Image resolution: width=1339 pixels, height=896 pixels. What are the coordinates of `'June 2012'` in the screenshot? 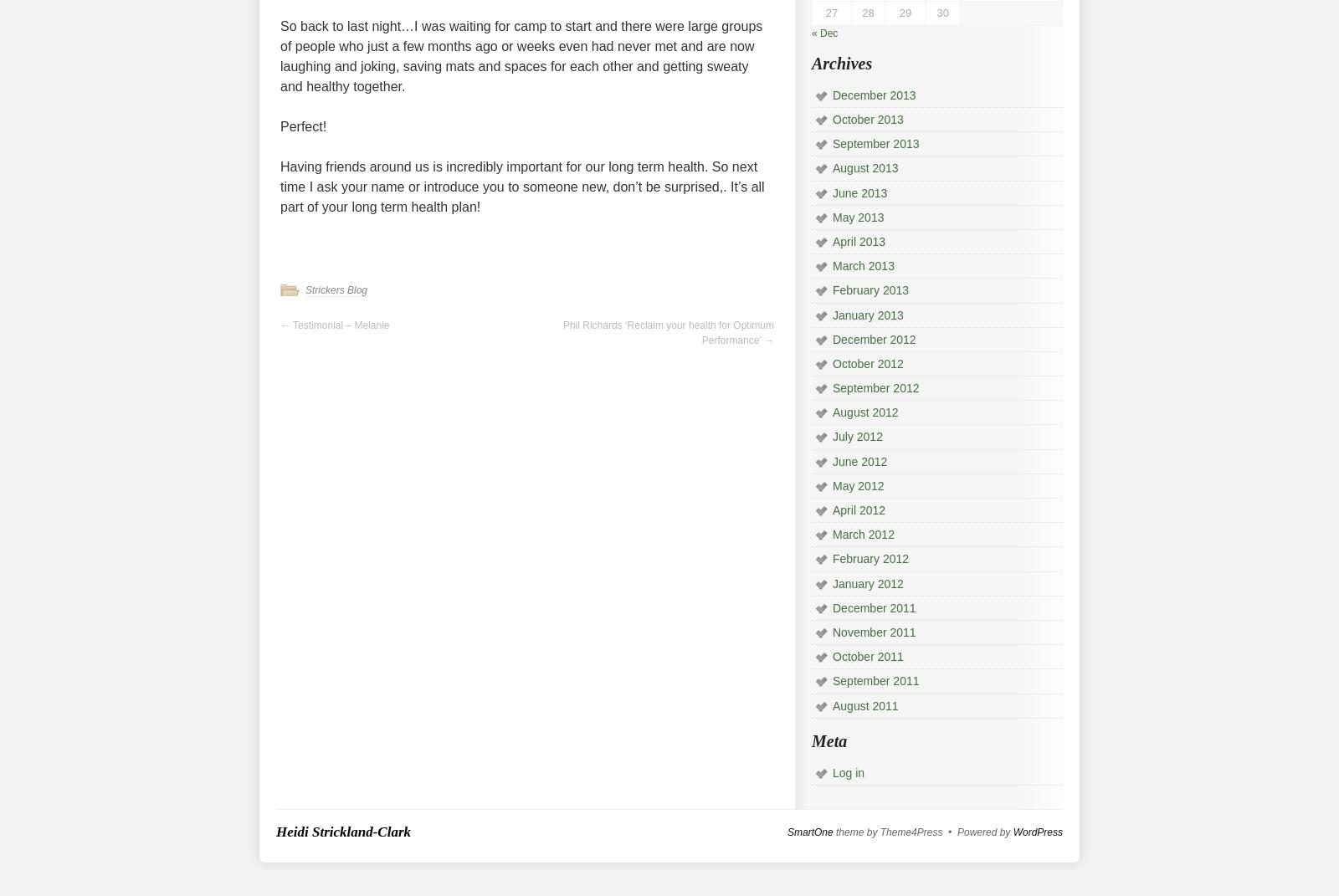 It's located at (832, 461).